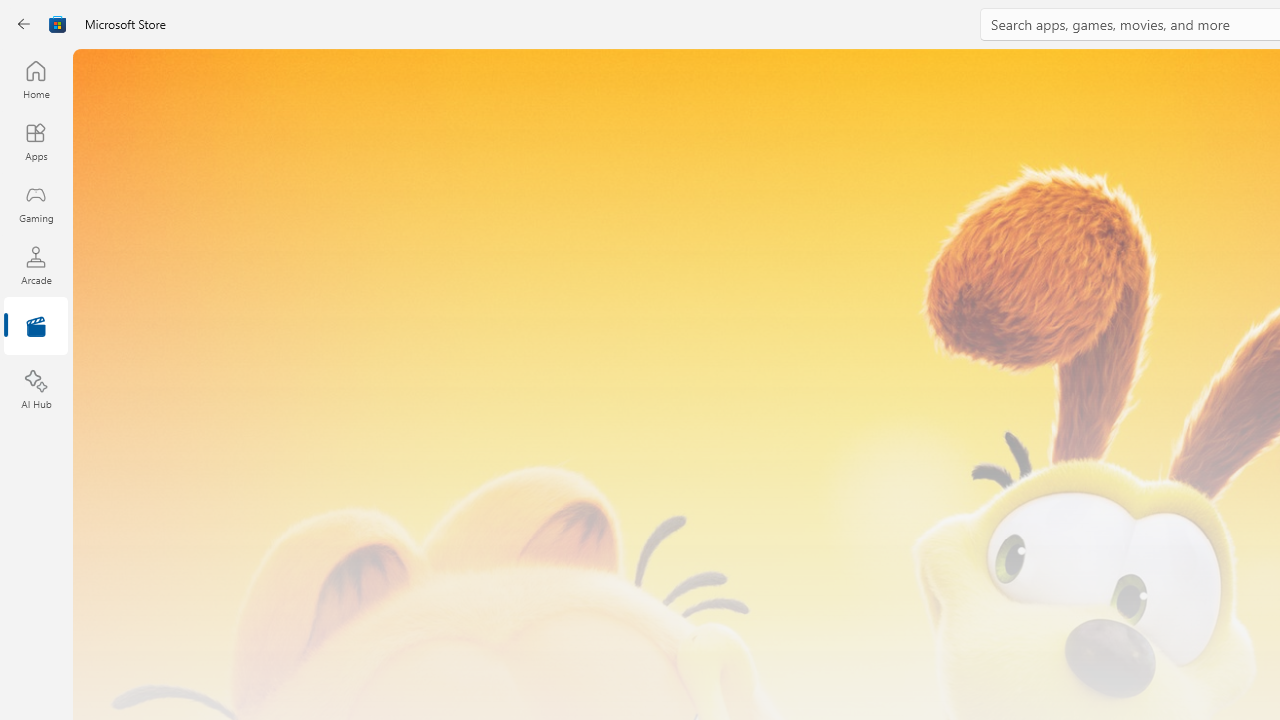  I want to click on 'Entertainment', so click(35, 326).